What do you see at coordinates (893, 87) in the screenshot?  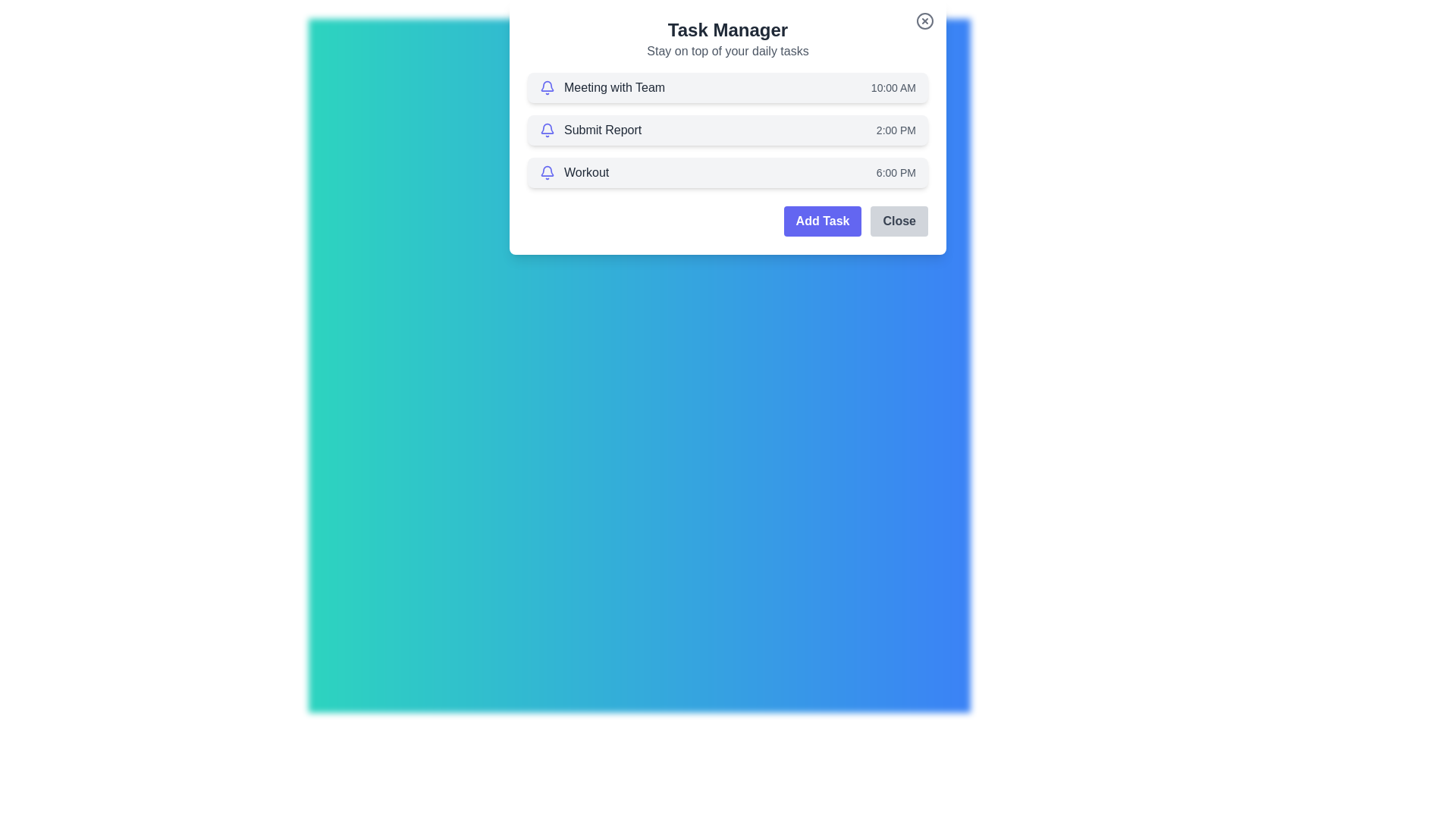 I see `the static text label displaying the time '10:00 AM' associated with the event 'Meeting with Team'` at bounding box center [893, 87].